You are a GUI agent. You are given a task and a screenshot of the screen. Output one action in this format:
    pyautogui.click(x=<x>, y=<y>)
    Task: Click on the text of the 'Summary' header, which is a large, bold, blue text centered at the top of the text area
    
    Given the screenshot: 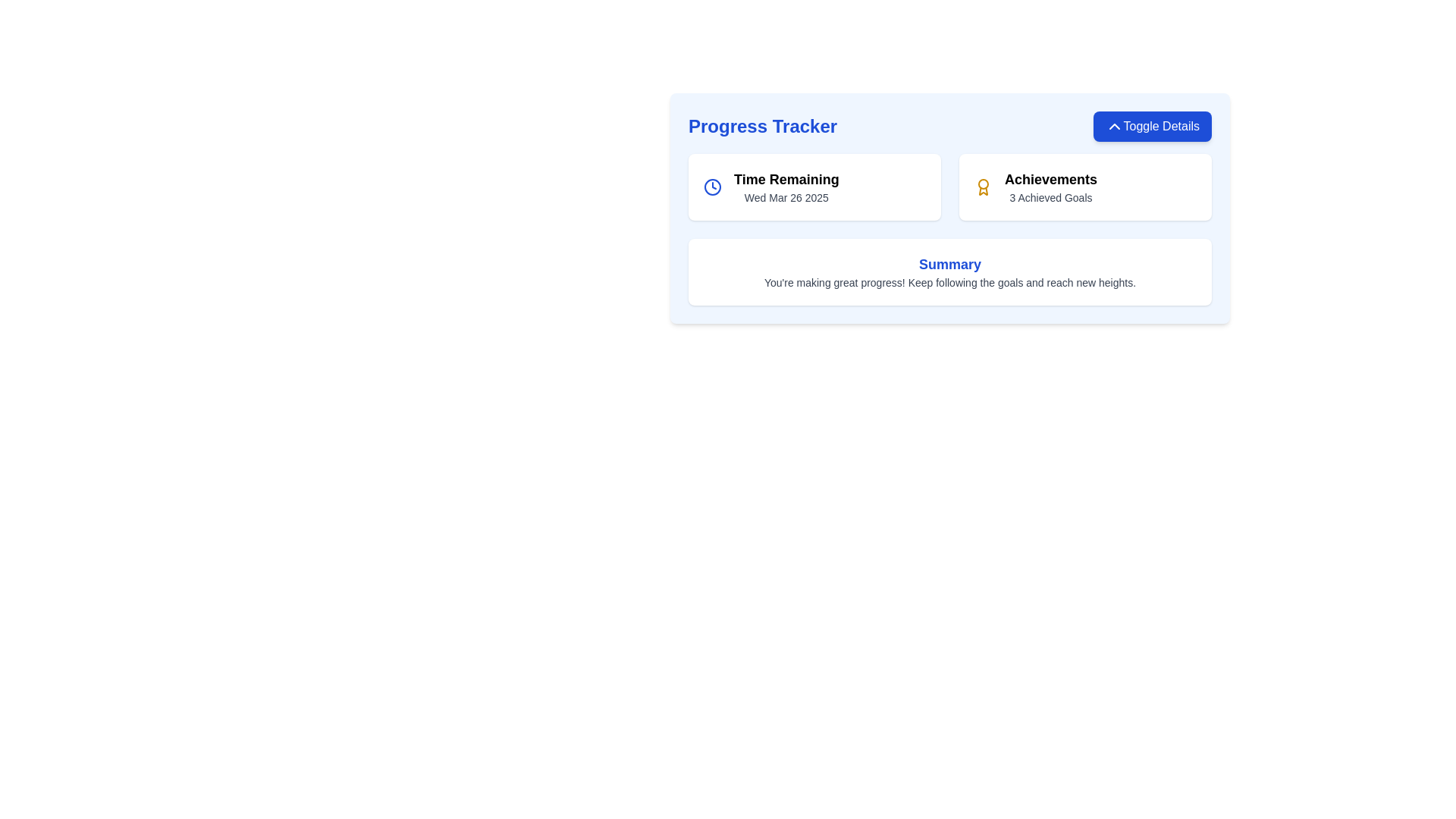 What is the action you would take?
    pyautogui.click(x=949, y=263)
    